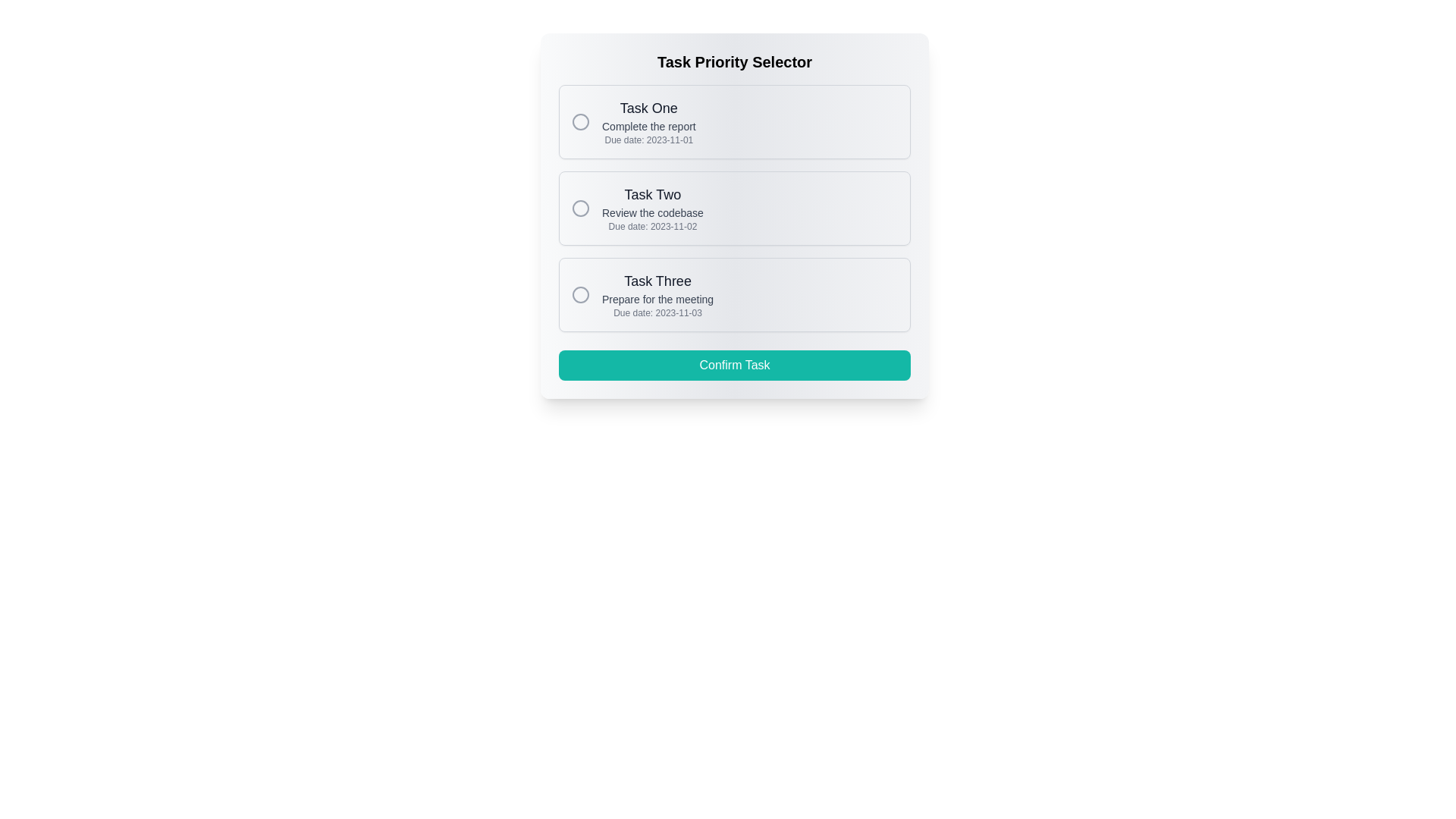 This screenshot has height=819, width=1456. I want to click on the text label displaying 'Due date: 2023-11-01', which is located under 'Complete the report' in the task list for 'Task One', so click(648, 140).